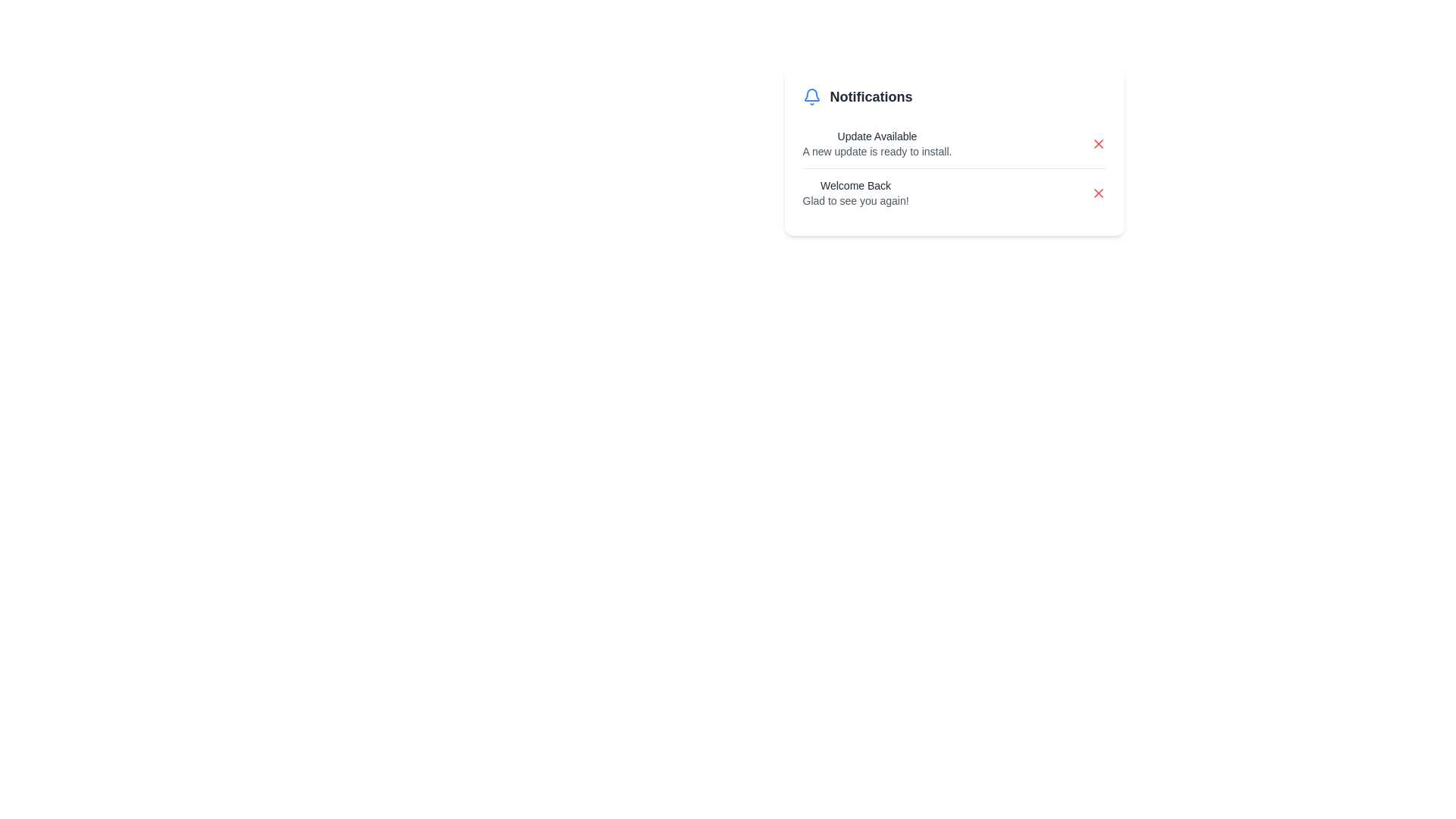 The image size is (1456, 819). What do you see at coordinates (877, 143) in the screenshot?
I see `text content of the first notification item in the notification panel, which informs about a new software update and is located beneath the 'Notifications' title` at bounding box center [877, 143].